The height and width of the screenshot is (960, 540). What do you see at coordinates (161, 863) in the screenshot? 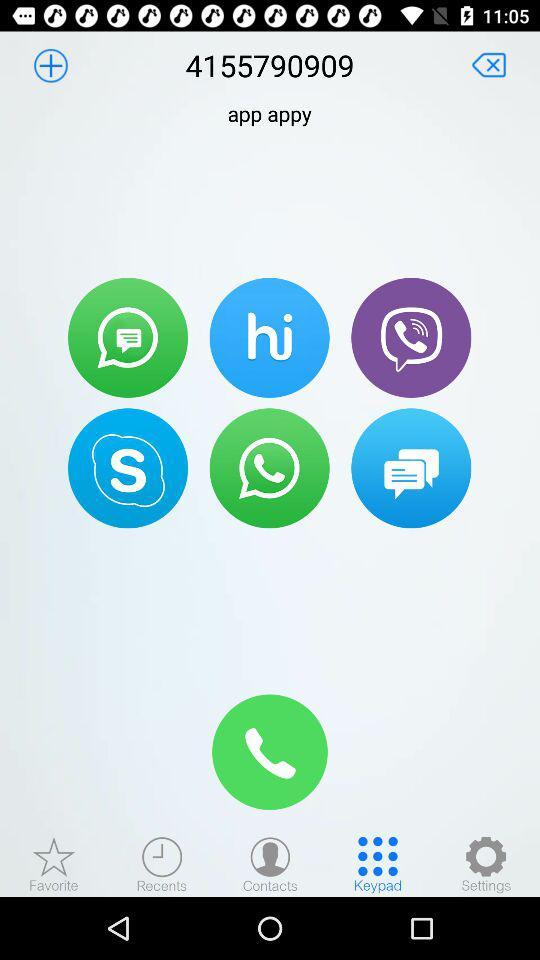
I see `the time icon` at bounding box center [161, 863].